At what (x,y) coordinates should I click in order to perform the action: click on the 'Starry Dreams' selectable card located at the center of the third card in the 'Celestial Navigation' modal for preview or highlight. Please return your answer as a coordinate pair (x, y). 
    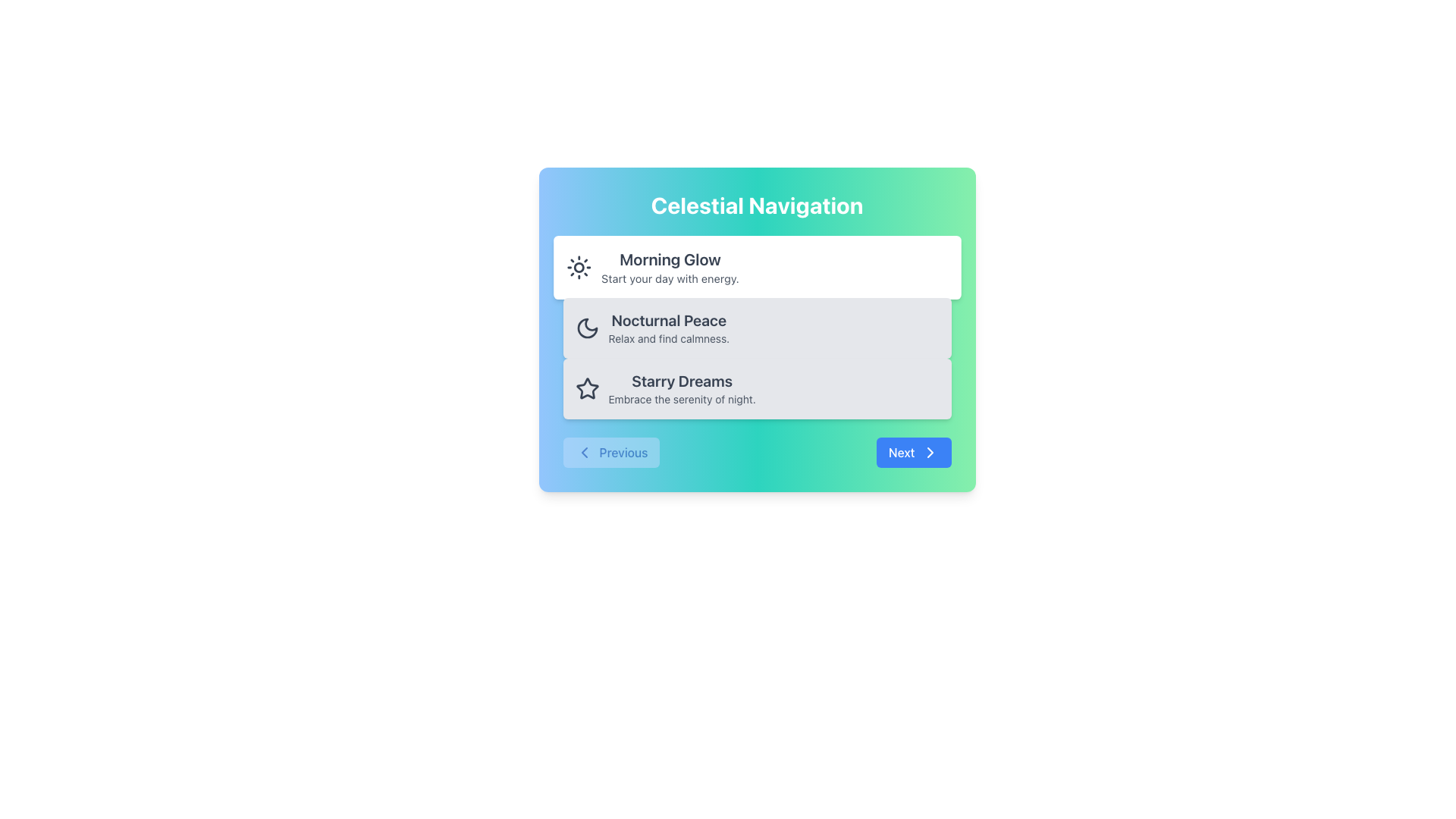
    Looking at the image, I should click on (757, 388).